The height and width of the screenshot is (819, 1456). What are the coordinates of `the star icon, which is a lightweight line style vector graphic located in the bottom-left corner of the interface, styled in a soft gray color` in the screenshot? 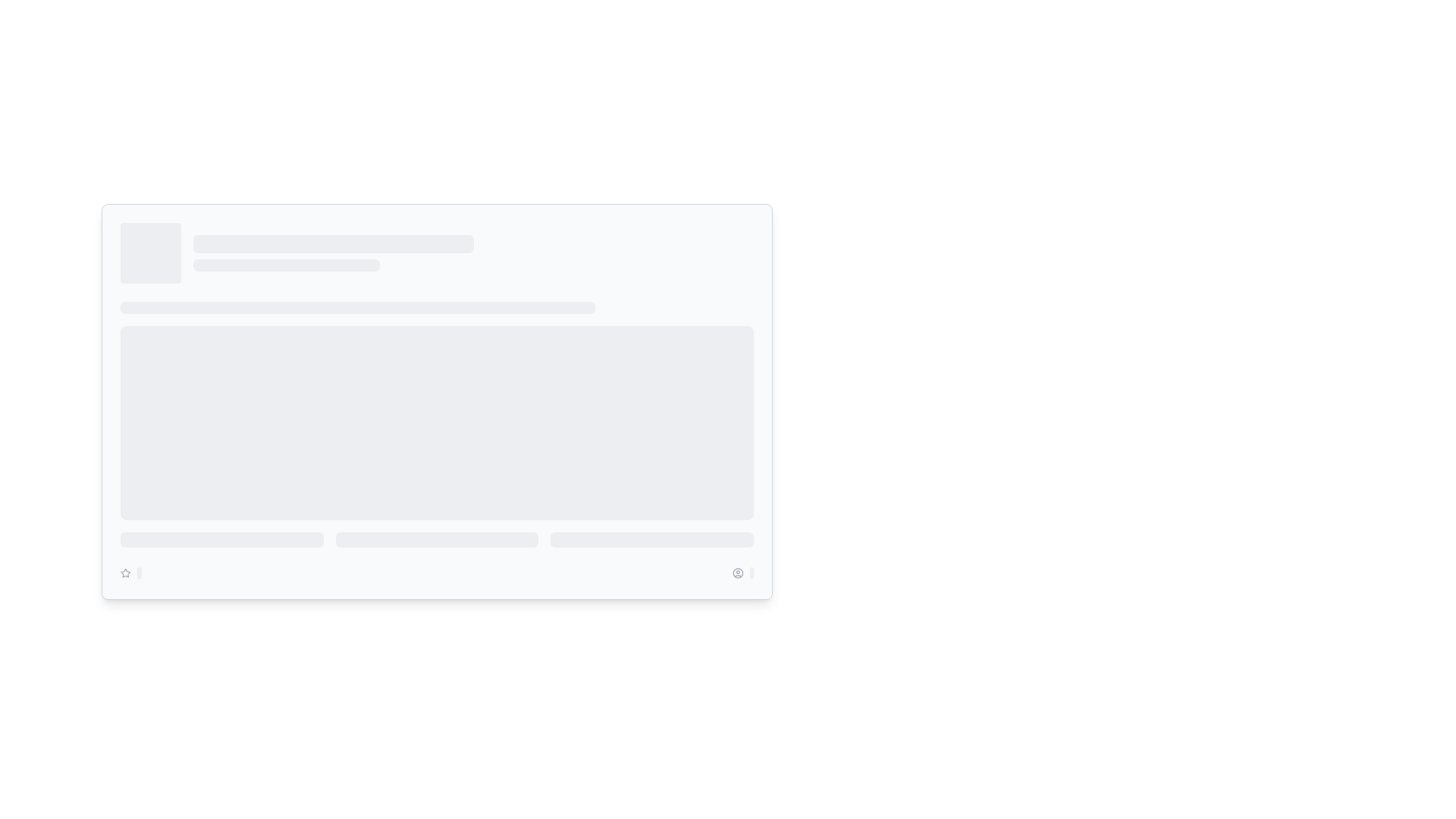 It's located at (125, 573).